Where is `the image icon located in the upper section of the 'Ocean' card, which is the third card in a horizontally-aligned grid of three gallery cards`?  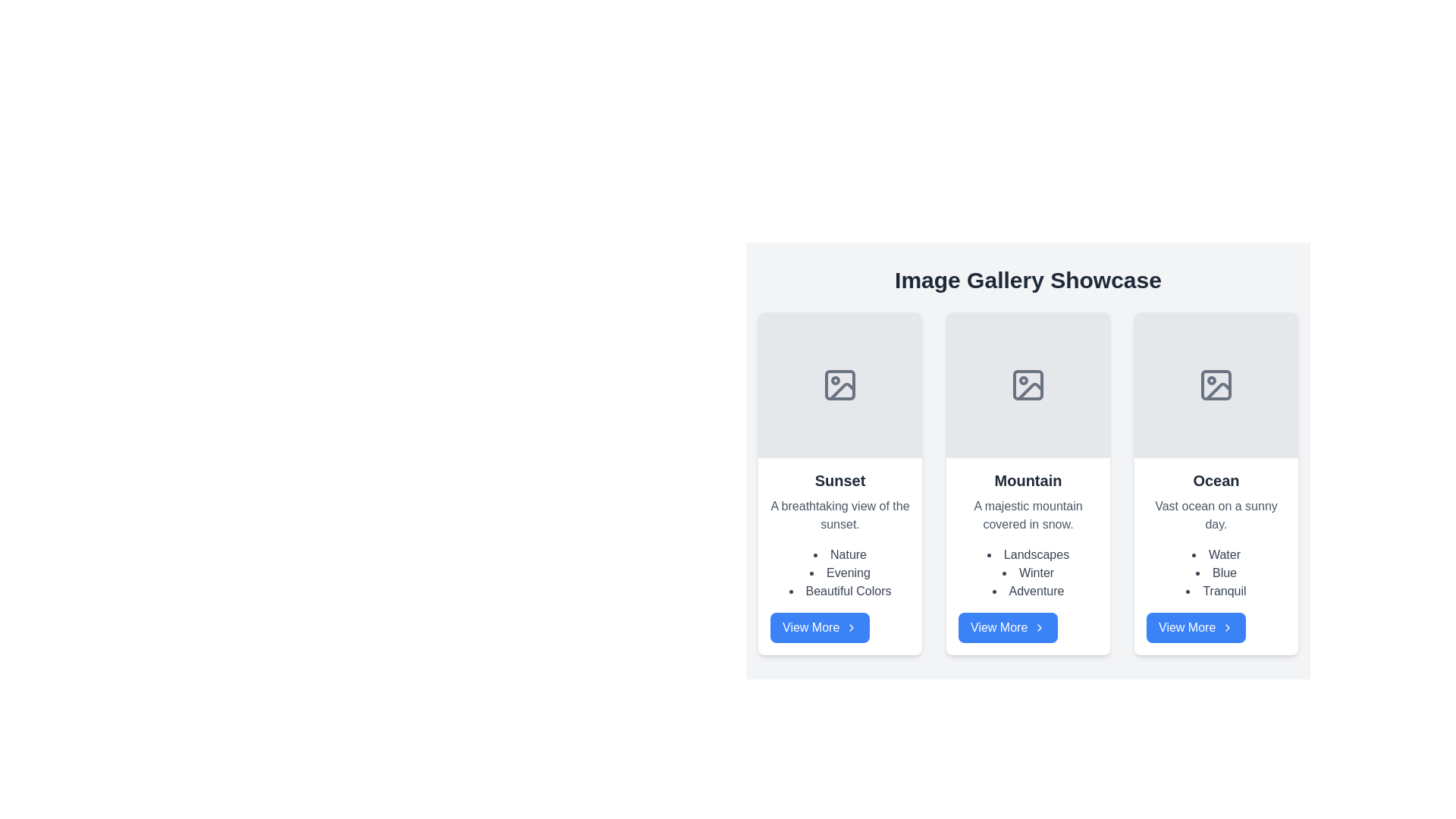 the image icon located in the upper section of the 'Ocean' card, which is the third card in a horizontally-aligned grid of three gallery cards is located at coordinates (1216, 384).